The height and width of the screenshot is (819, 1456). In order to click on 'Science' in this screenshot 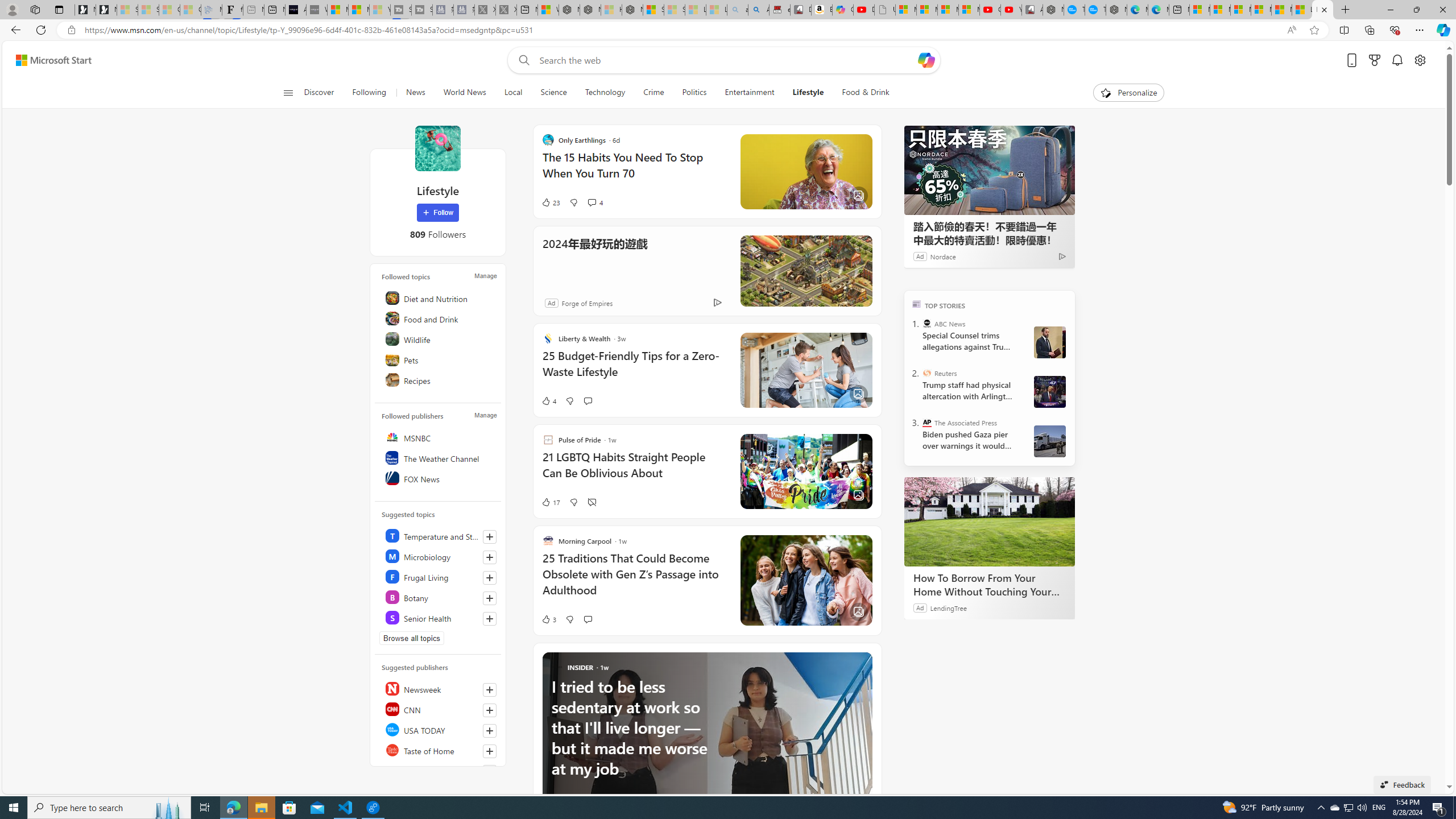, I will do `click(554, 92)`.